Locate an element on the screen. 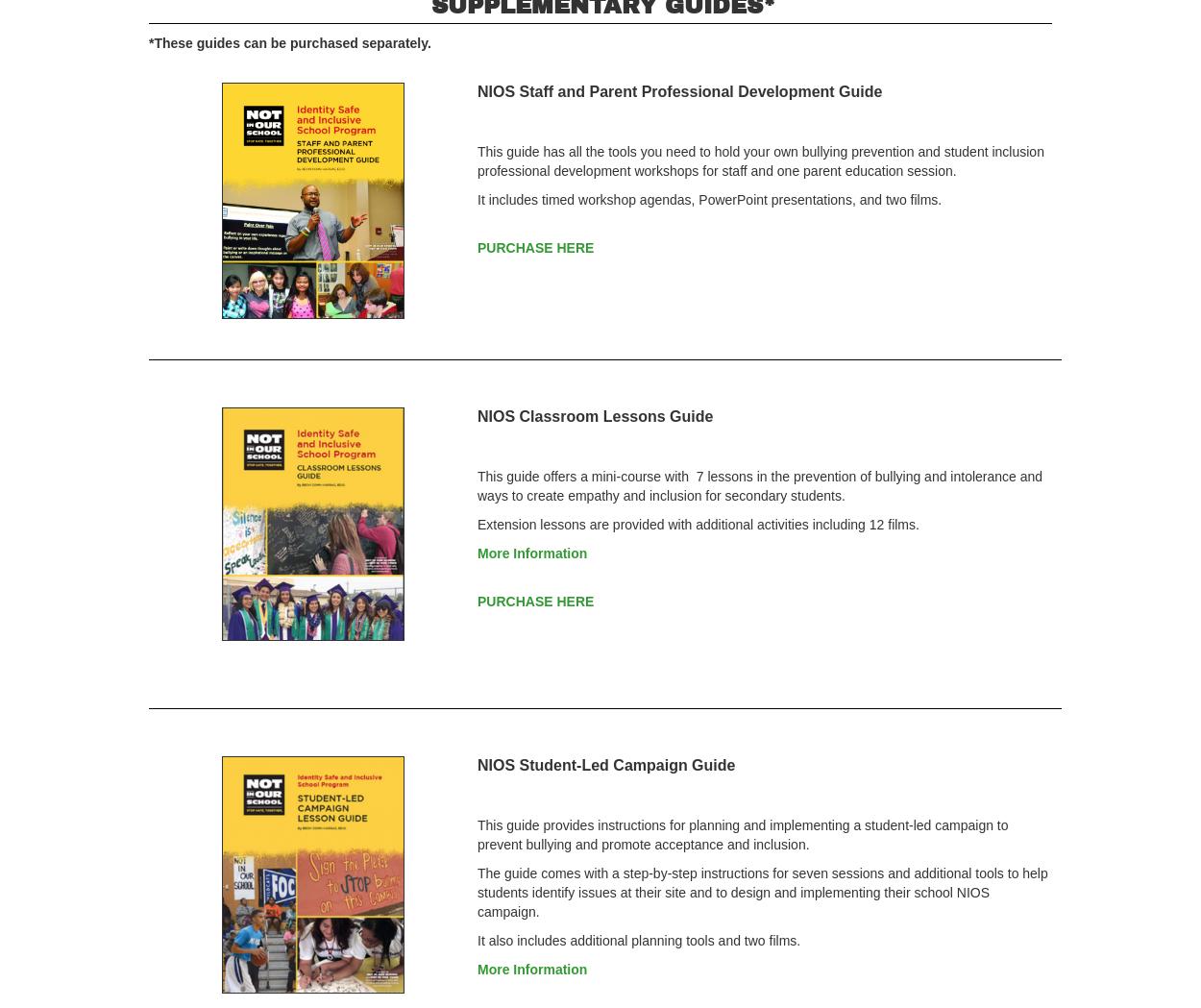 This screenshot has width=1201, height=1008. 'This guide has all the tools you need to hold your own bullying prevention and student inclusion professional development workshops for staff and one parent education session.' is located at coordinates (760, 160).